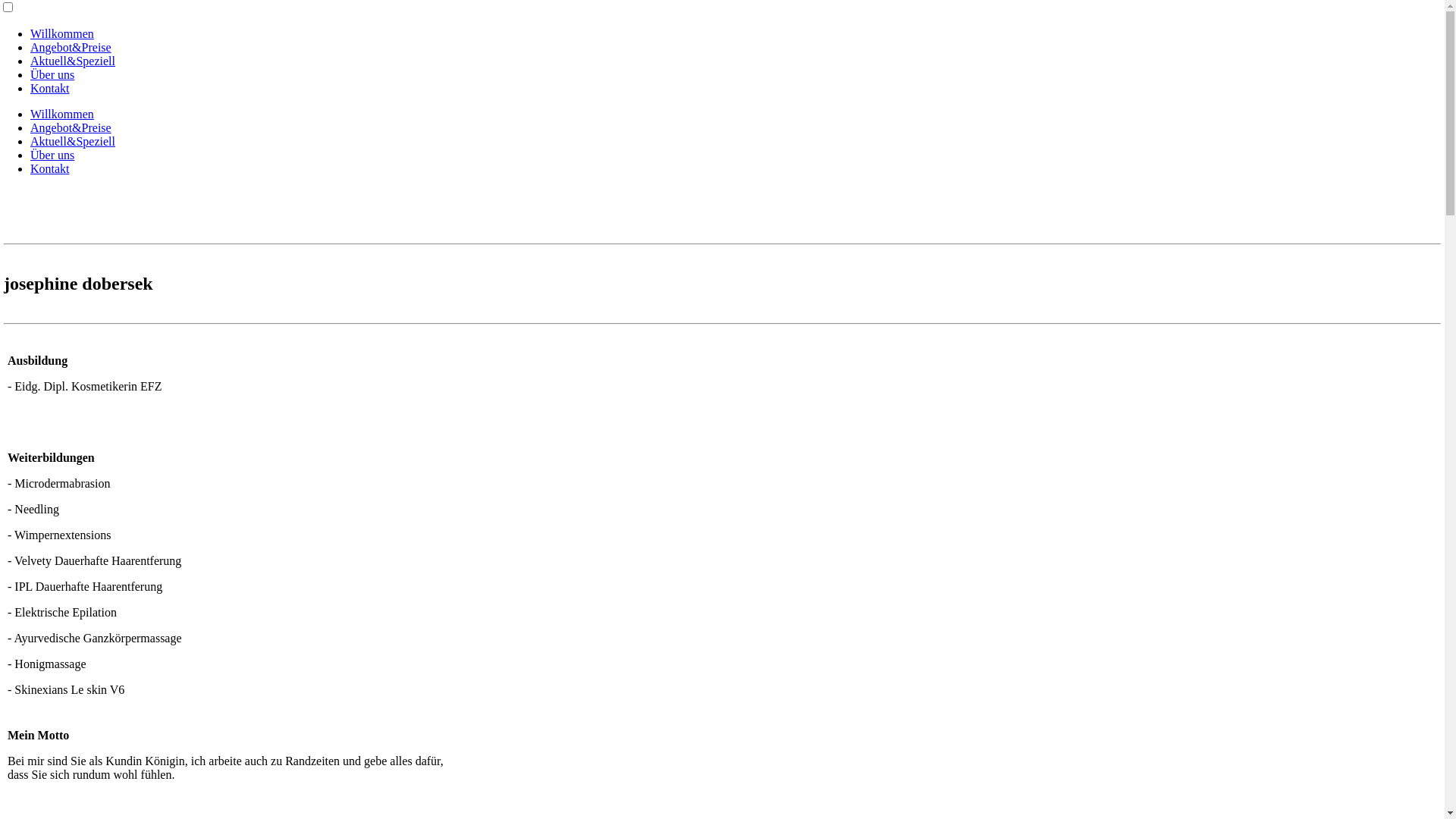 Image resolution: width=1456 pixels, height=819 pixels. What do you see at coordinates (50, 88) in the screenshot?
I see `'Kontakt'` at bounding box center [50, 88].